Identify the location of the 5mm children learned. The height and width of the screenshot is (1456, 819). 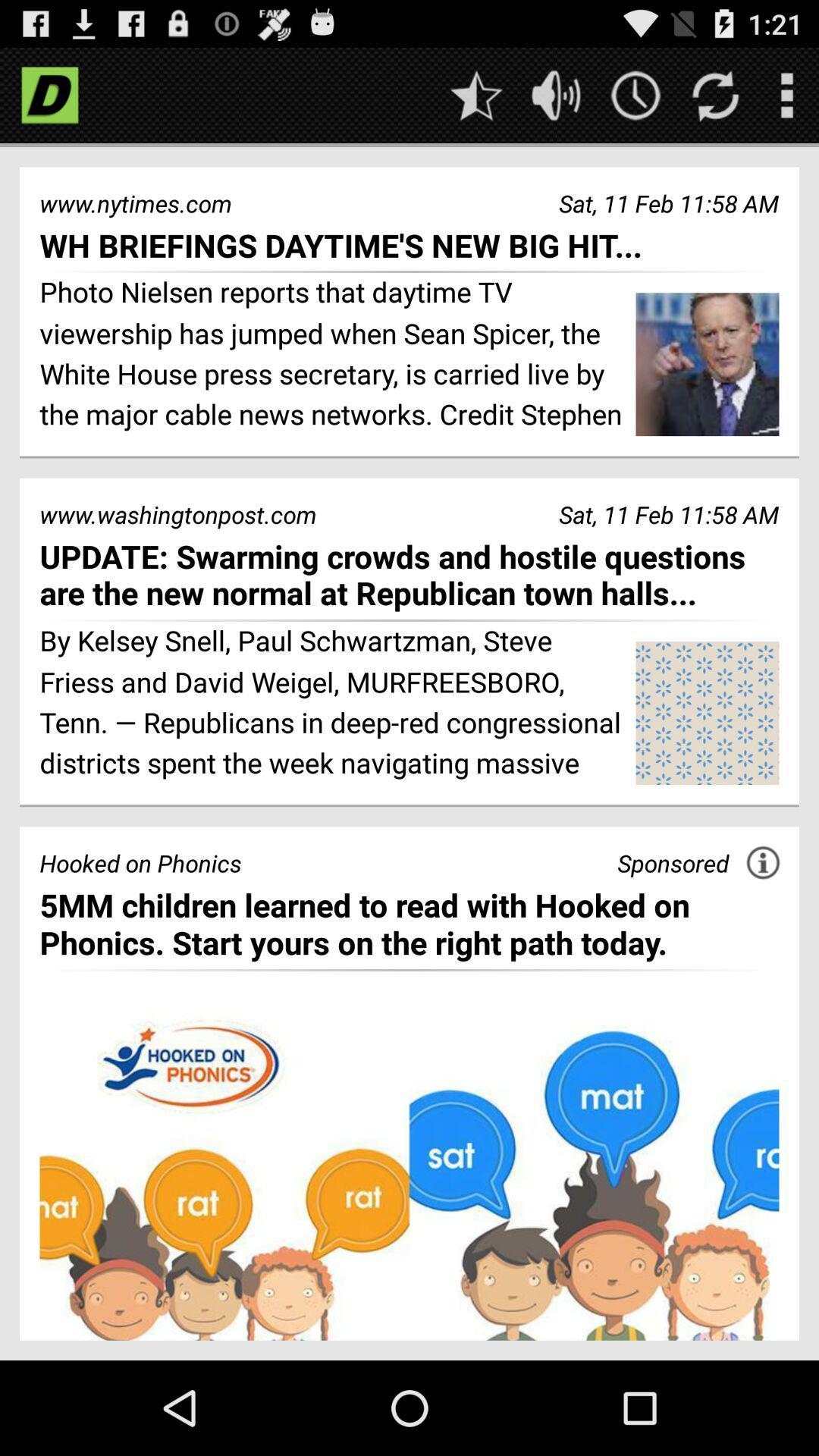
(409, 923).